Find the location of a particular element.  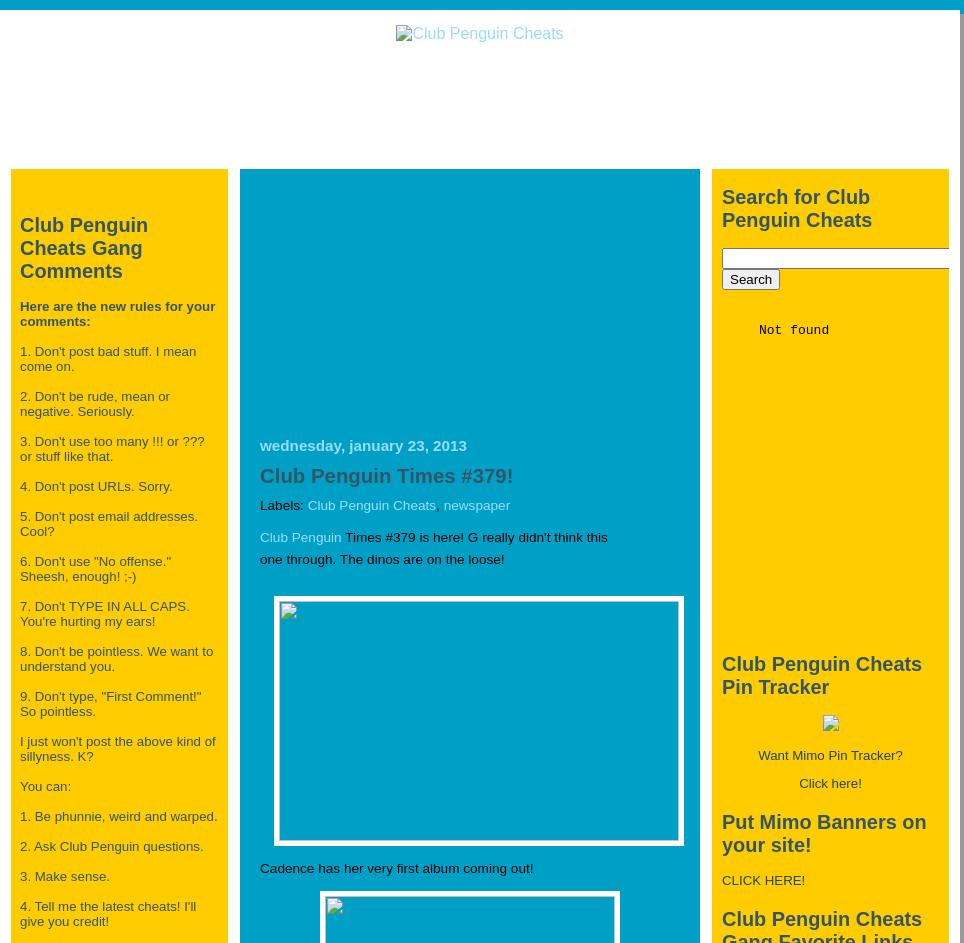

'3. Make sense.' is located at coordinates (18, 876).